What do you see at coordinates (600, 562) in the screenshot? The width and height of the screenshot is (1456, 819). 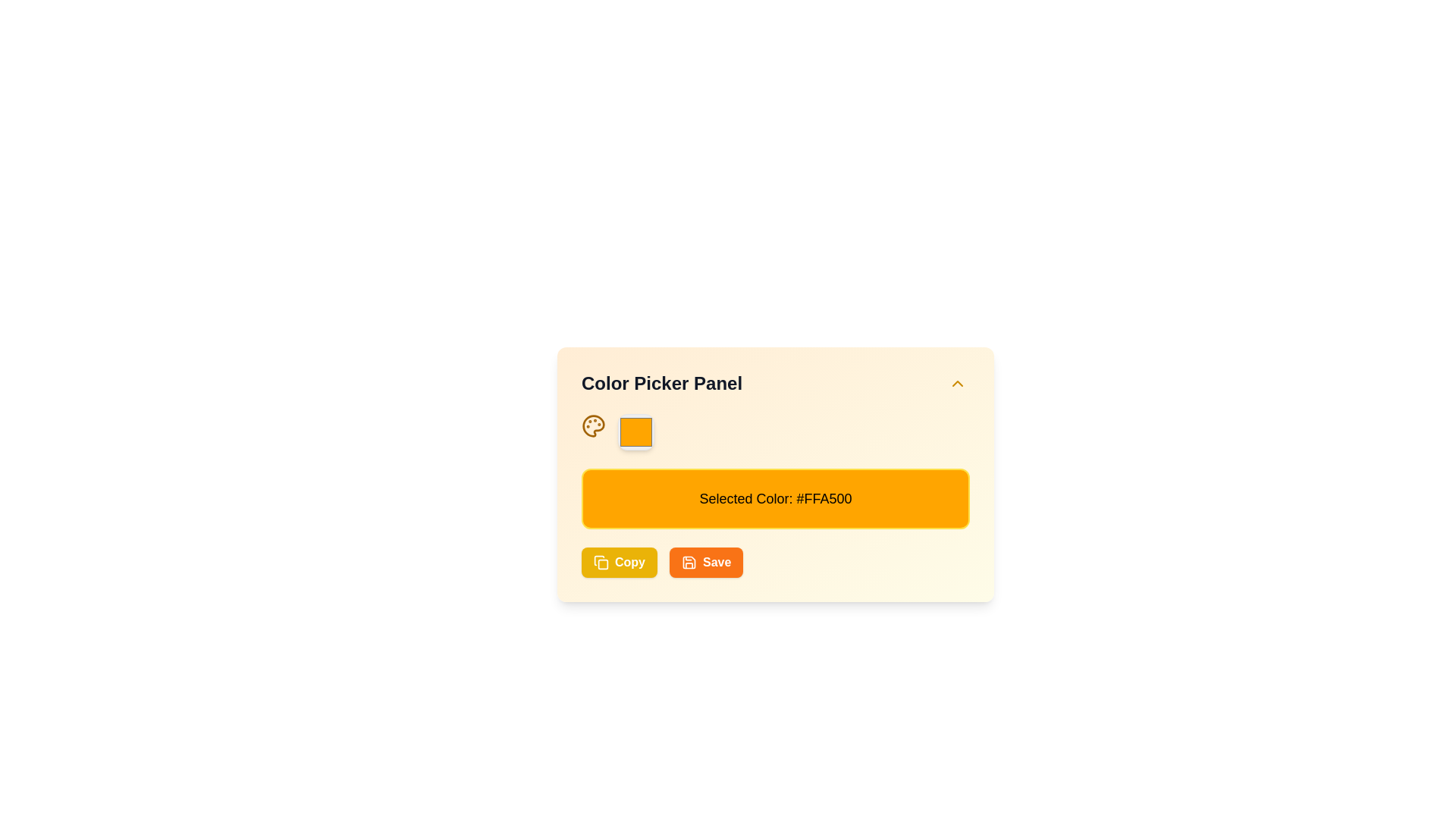 I see `the squared copy icon located within the yellow 'Copy' button at the bottom left of the panel` at bounding box center [600, 562].